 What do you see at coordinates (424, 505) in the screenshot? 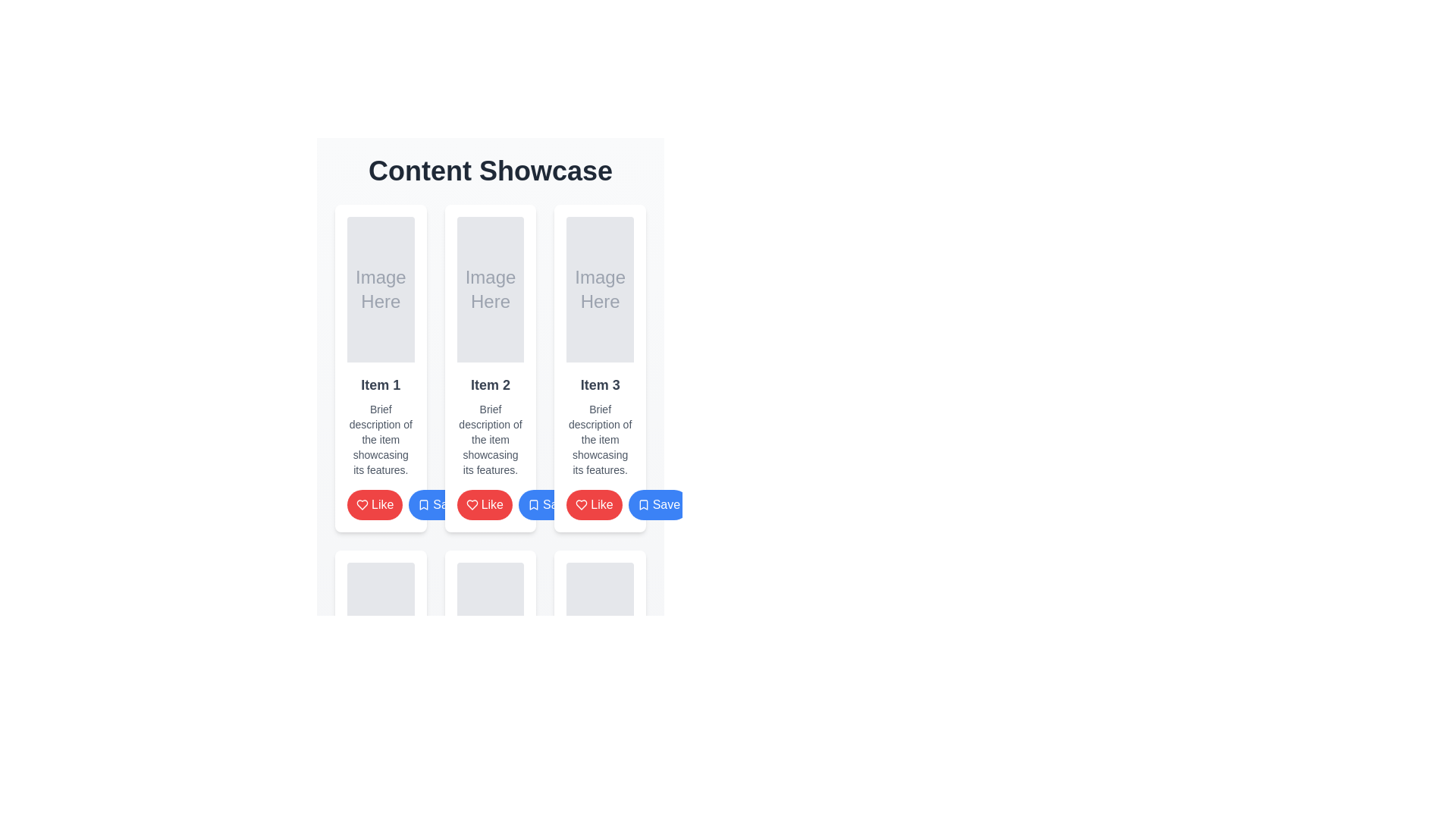
I see `the SVG bookmark icon element associated with the 'Save' button located in the bottom-right of the card labeled 'Item 2'` at bounding box center [424, 505].